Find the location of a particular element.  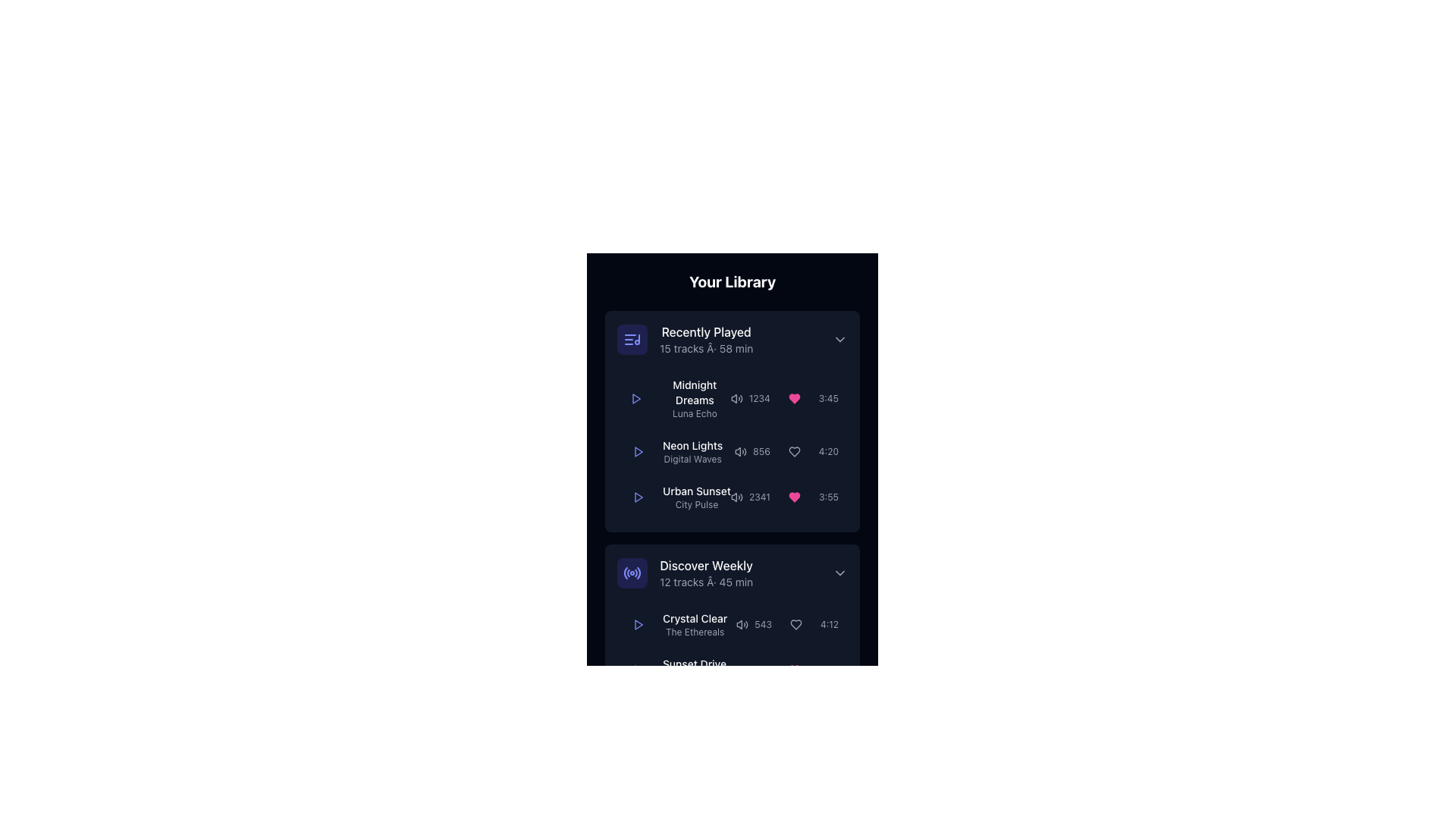

the Text Label that serves as the title for the second media entry in the 'Recently Played' list, positioned just above the subtitle 'Digital Waves' is located at coordinates (692, 444).